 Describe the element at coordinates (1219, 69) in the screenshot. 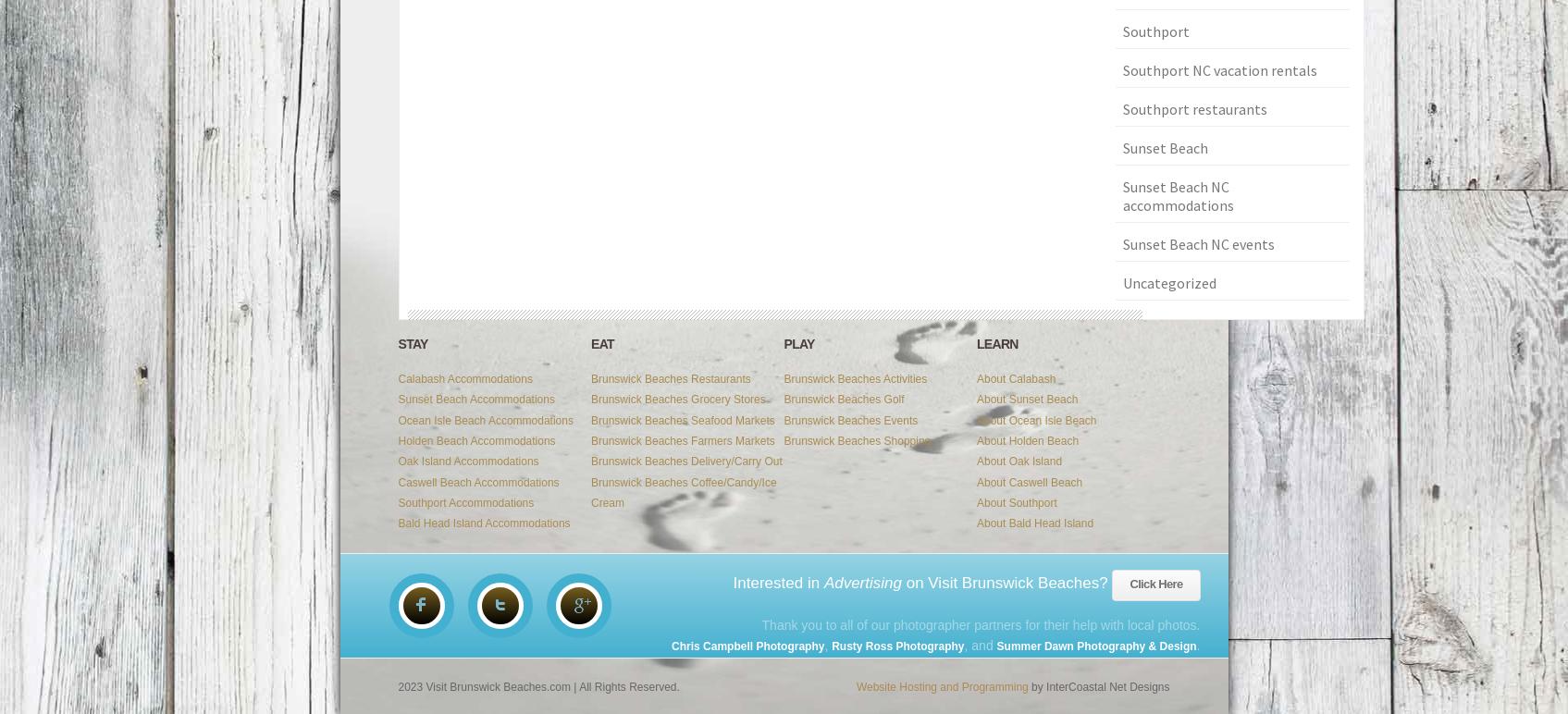

I see `'Southport NC vacation rentals'` at that location.